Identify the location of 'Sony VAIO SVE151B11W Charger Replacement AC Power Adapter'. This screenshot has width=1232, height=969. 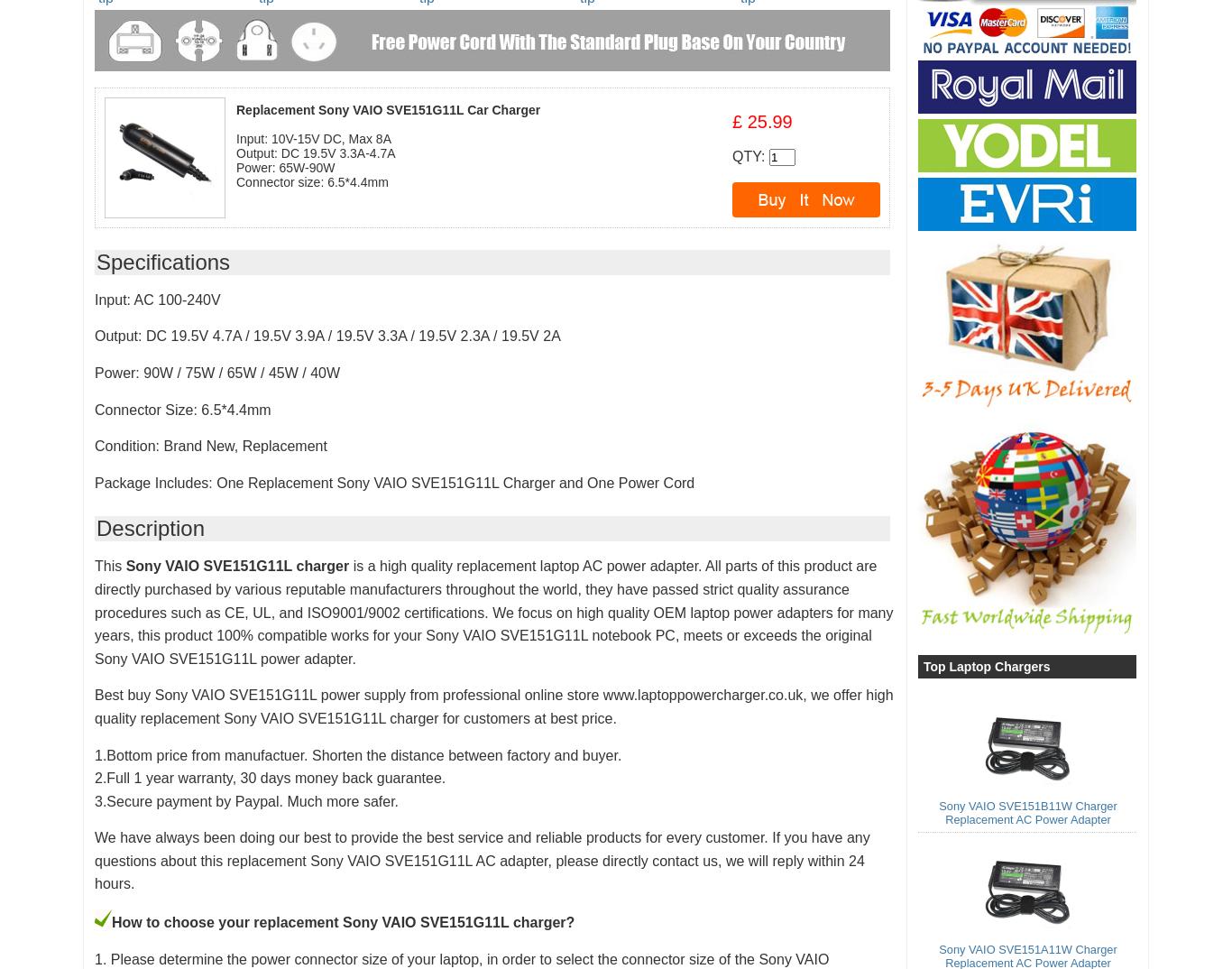
(1027, 811).